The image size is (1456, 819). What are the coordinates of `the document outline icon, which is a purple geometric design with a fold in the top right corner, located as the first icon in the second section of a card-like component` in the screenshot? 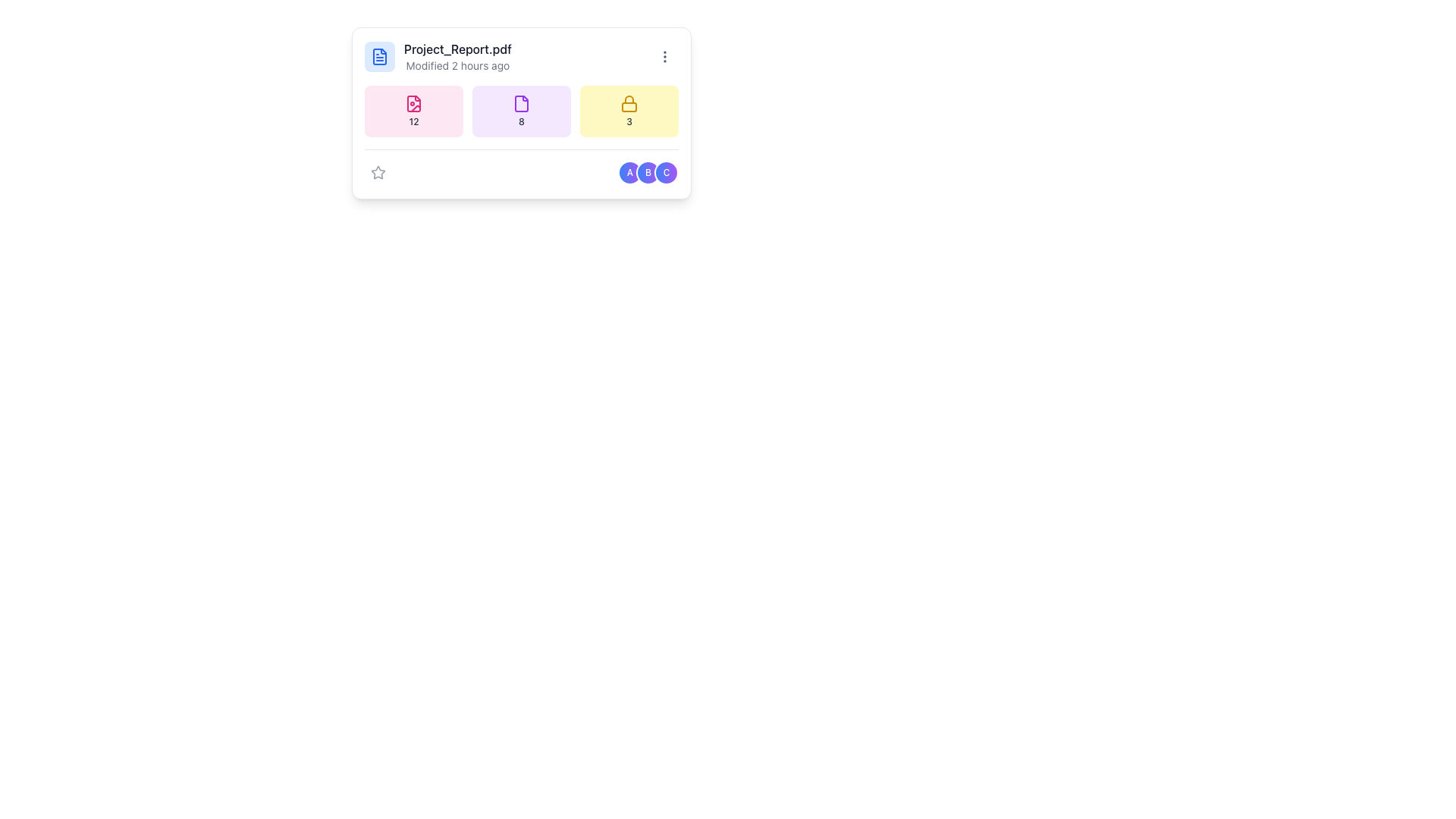 It's located at (521, 103).